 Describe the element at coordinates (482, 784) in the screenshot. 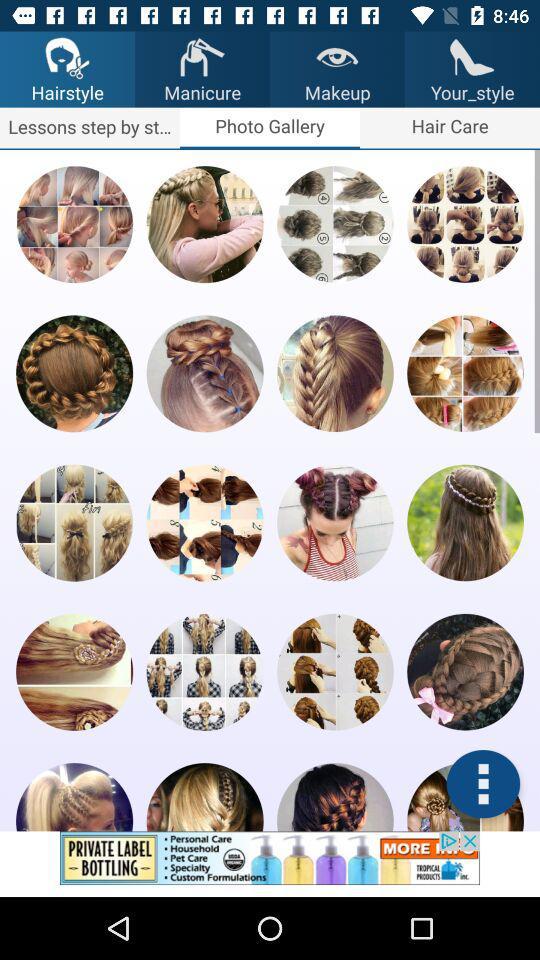

I see `more settings` at that location.